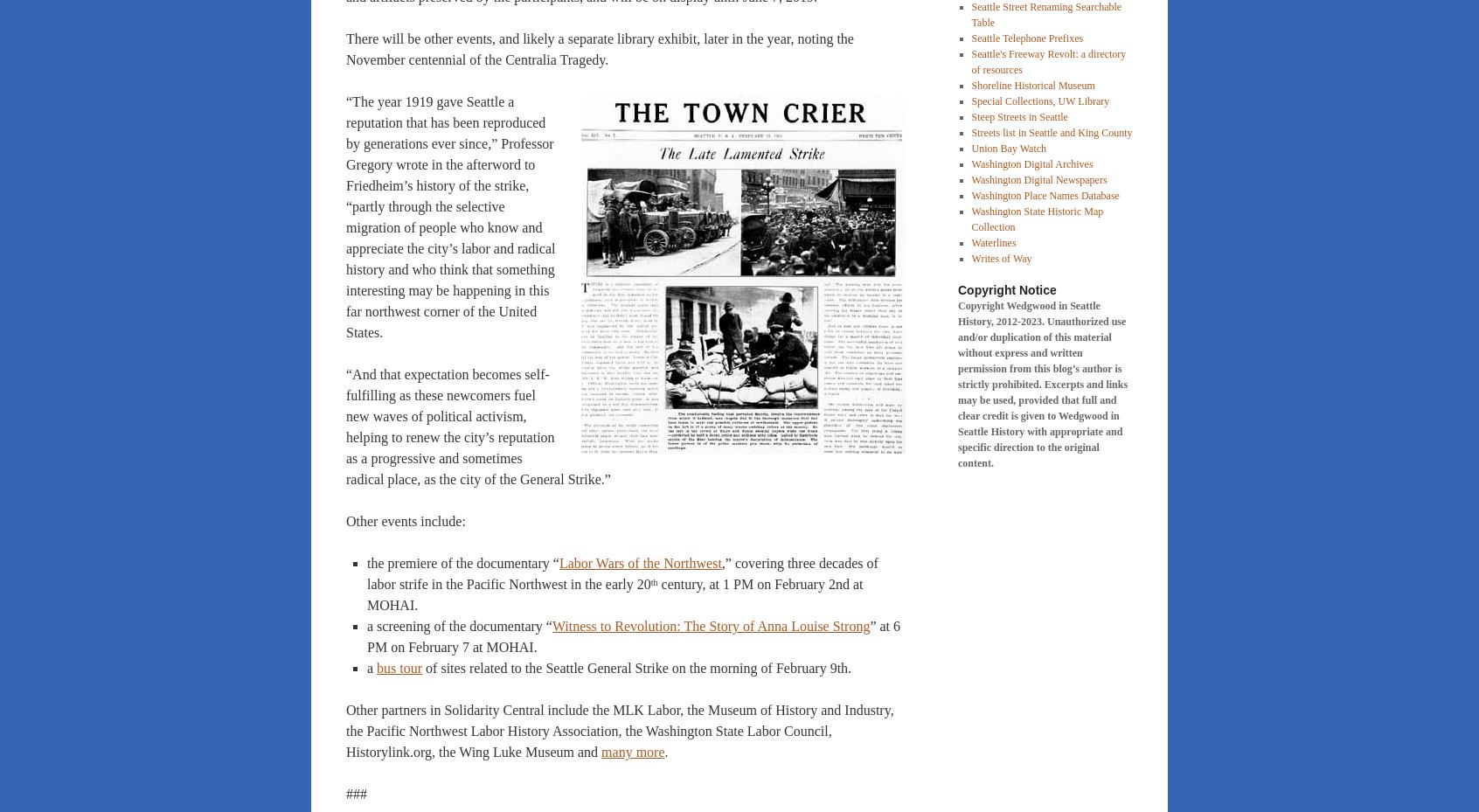 The image size is (1479, 812). Describe the element at coordinates (399, 667) in the screenshot. I see `'bus tour'` at that location.